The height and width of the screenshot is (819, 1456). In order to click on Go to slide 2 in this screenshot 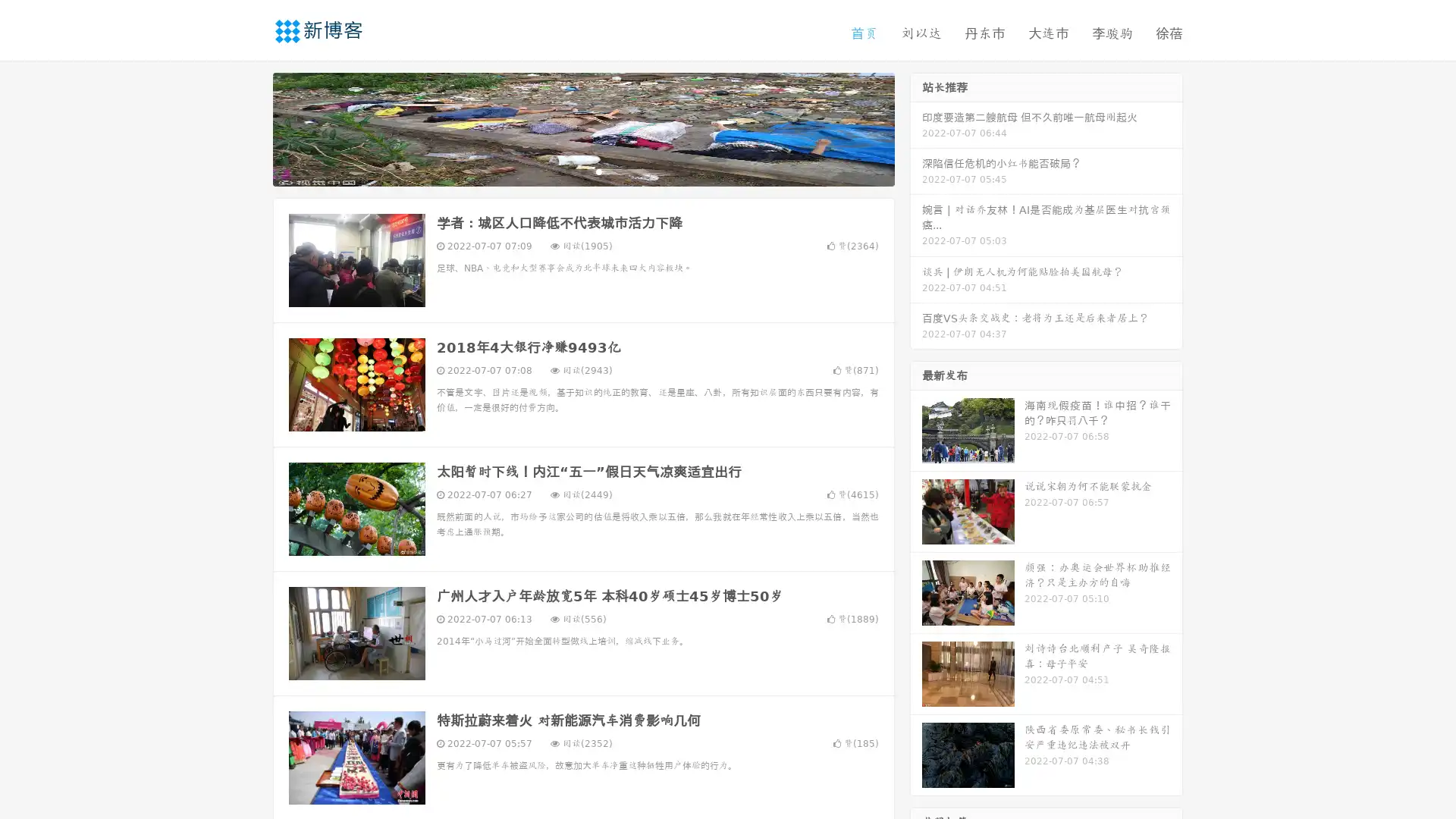, I will do `click(582, 171)`.